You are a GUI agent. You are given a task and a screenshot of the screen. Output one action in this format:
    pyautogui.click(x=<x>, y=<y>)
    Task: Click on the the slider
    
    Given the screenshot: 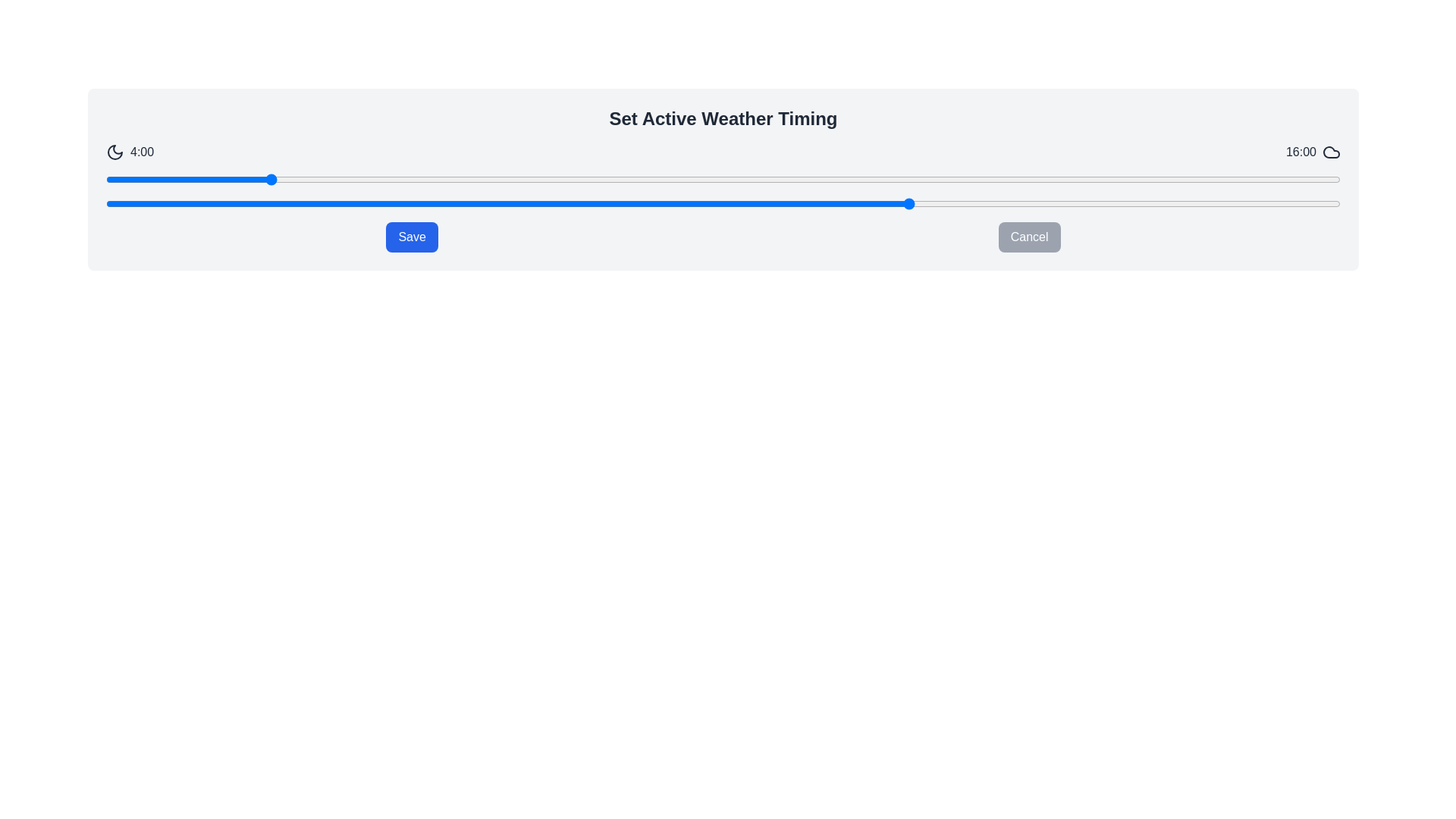 What is the action you would take?
    pyautogui.click(x=267, y=203)
    